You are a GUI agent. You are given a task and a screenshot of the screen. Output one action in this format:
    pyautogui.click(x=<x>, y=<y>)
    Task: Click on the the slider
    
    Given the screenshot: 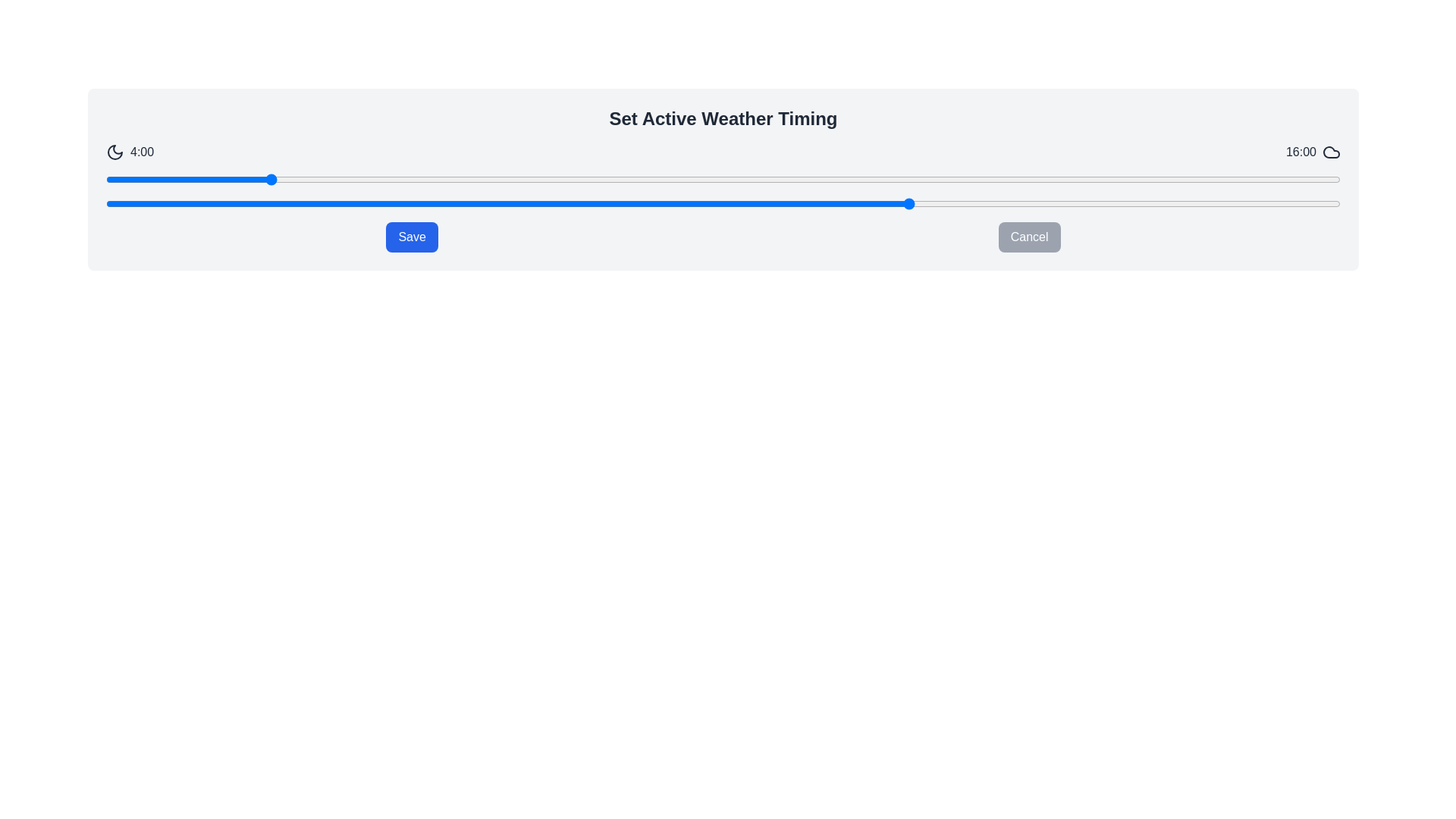 What is the action you would take?
    pyautogui.click(x=267, y=203)
    